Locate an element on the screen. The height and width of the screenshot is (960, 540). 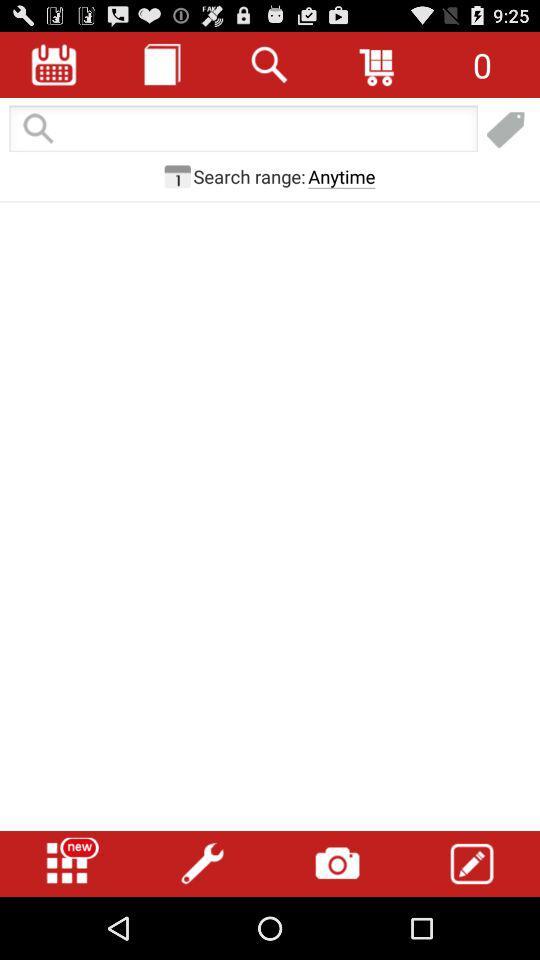
bookmarks is located at coordinates (505, 129).